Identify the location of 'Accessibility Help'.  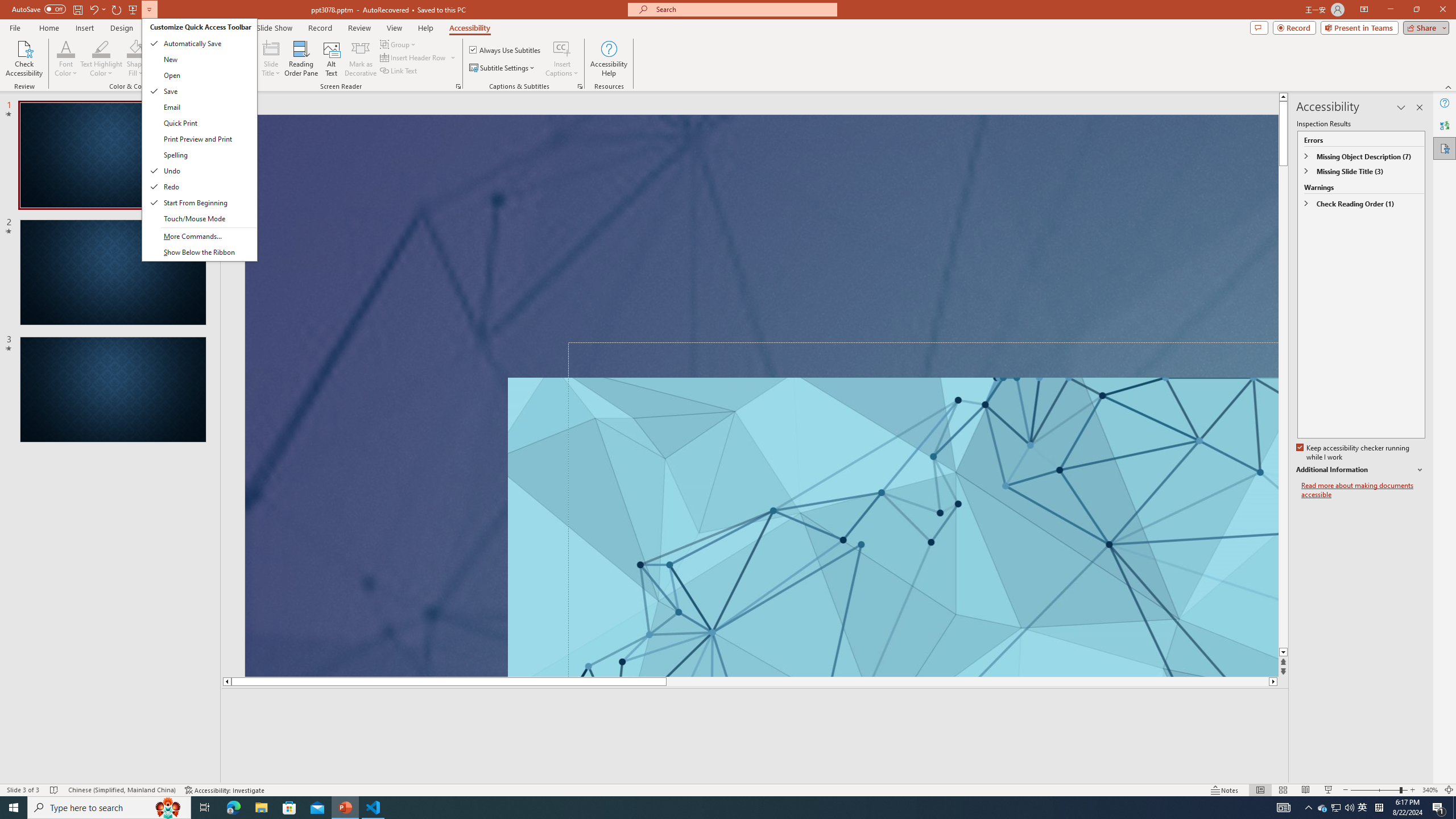
(609, 59).